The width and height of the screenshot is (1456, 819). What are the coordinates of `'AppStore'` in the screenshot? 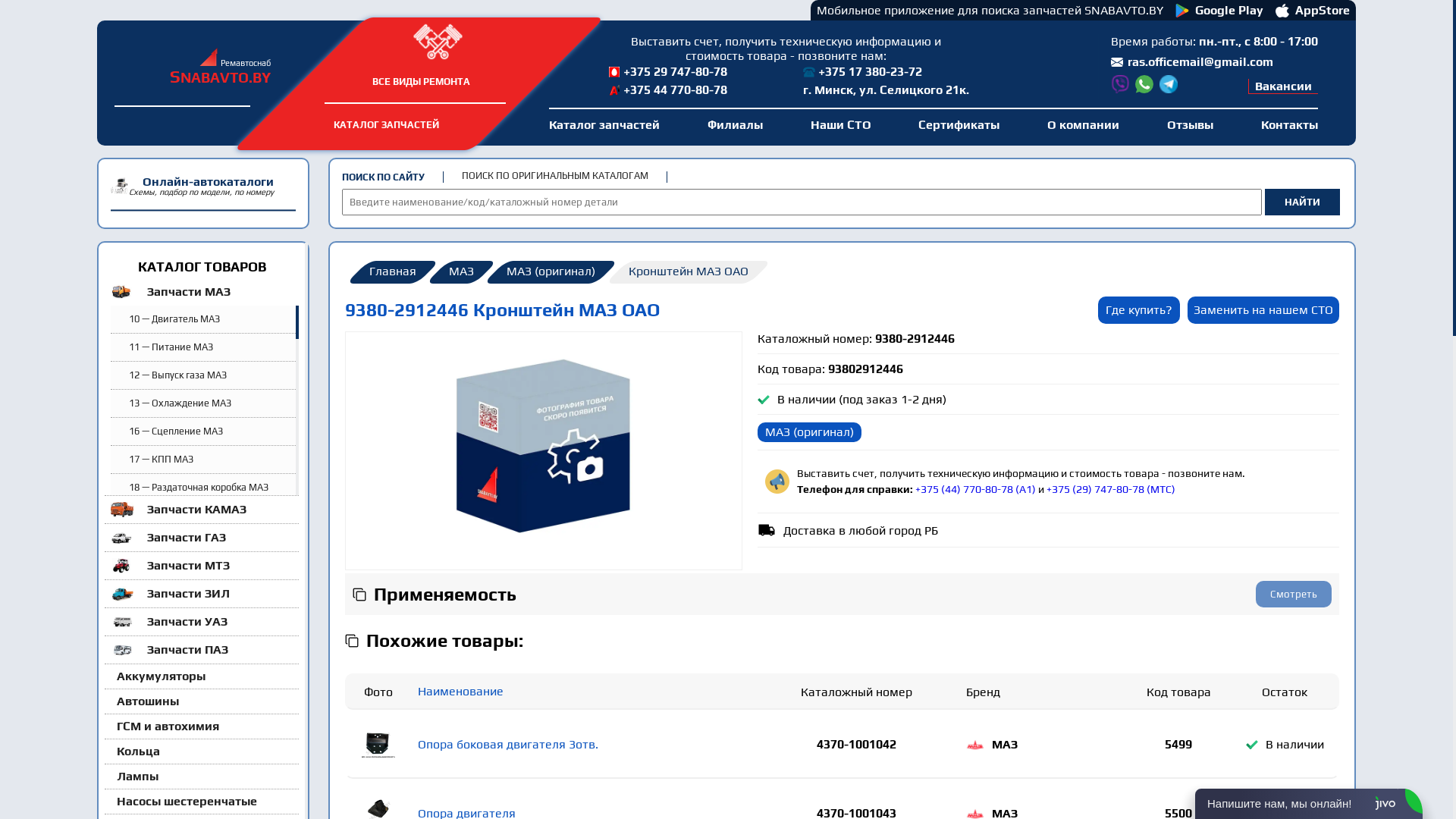 It's located at (1312, 9).